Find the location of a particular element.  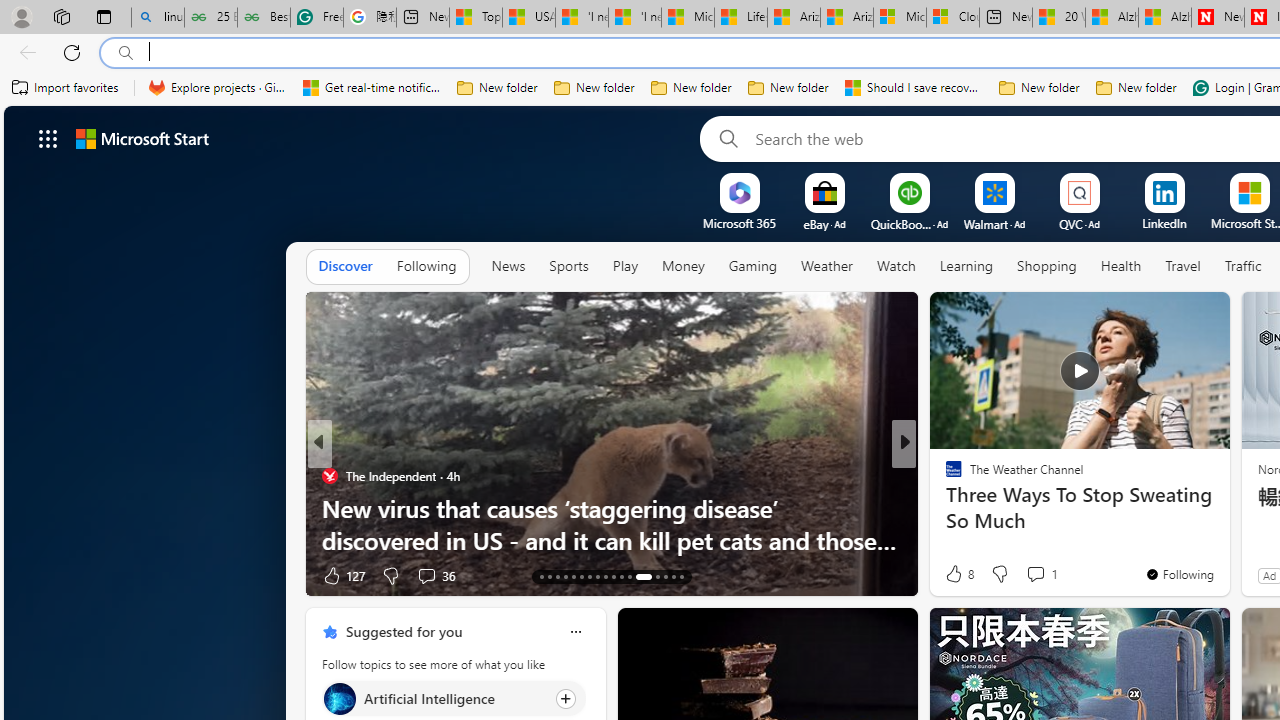

'20 Ways to Boost Your Protein Intake at Every Meal' is located at coordinates (1058, 17).